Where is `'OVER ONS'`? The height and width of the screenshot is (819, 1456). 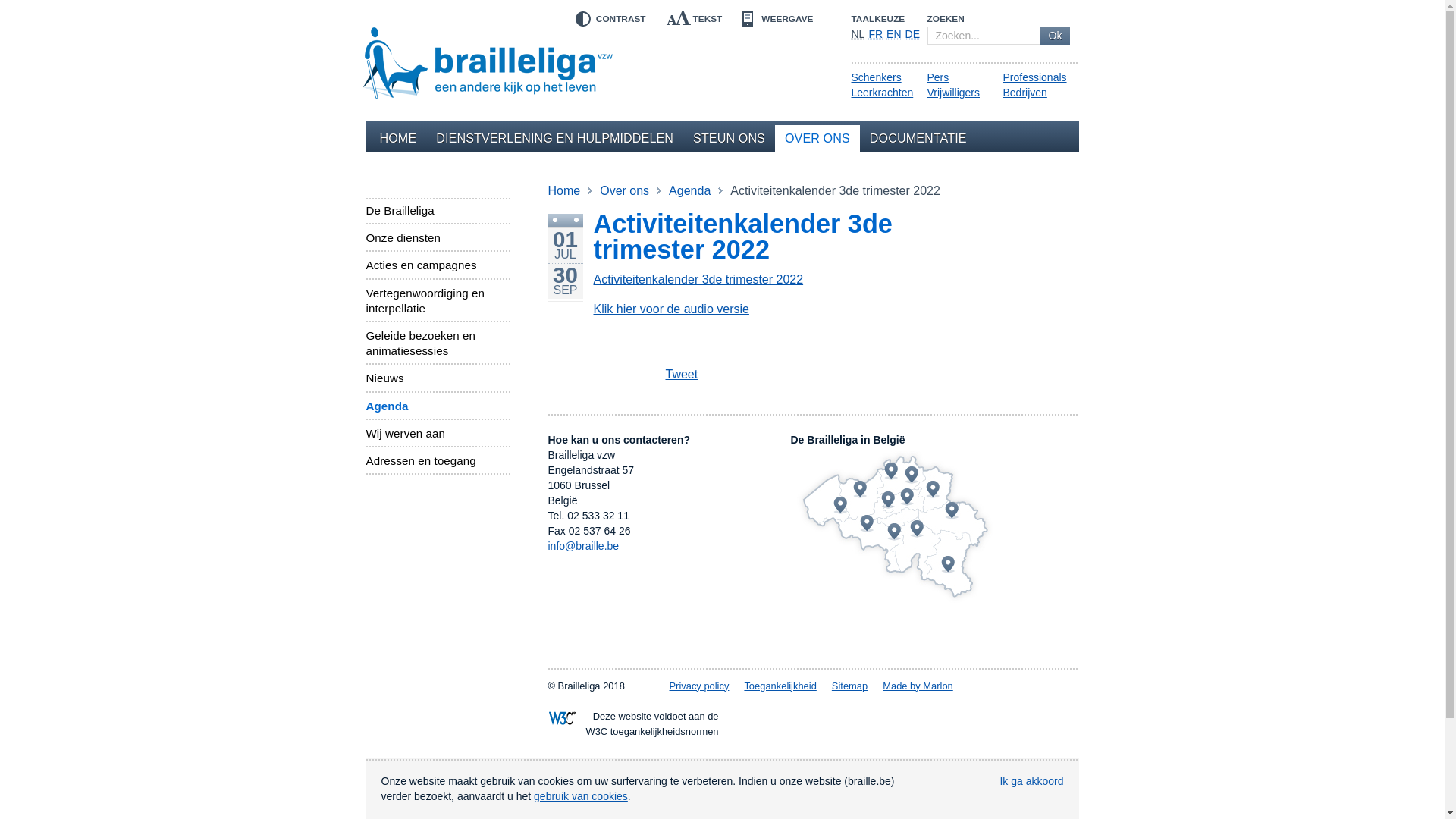 'OVER ONS' is located at coordinates (817, 138).